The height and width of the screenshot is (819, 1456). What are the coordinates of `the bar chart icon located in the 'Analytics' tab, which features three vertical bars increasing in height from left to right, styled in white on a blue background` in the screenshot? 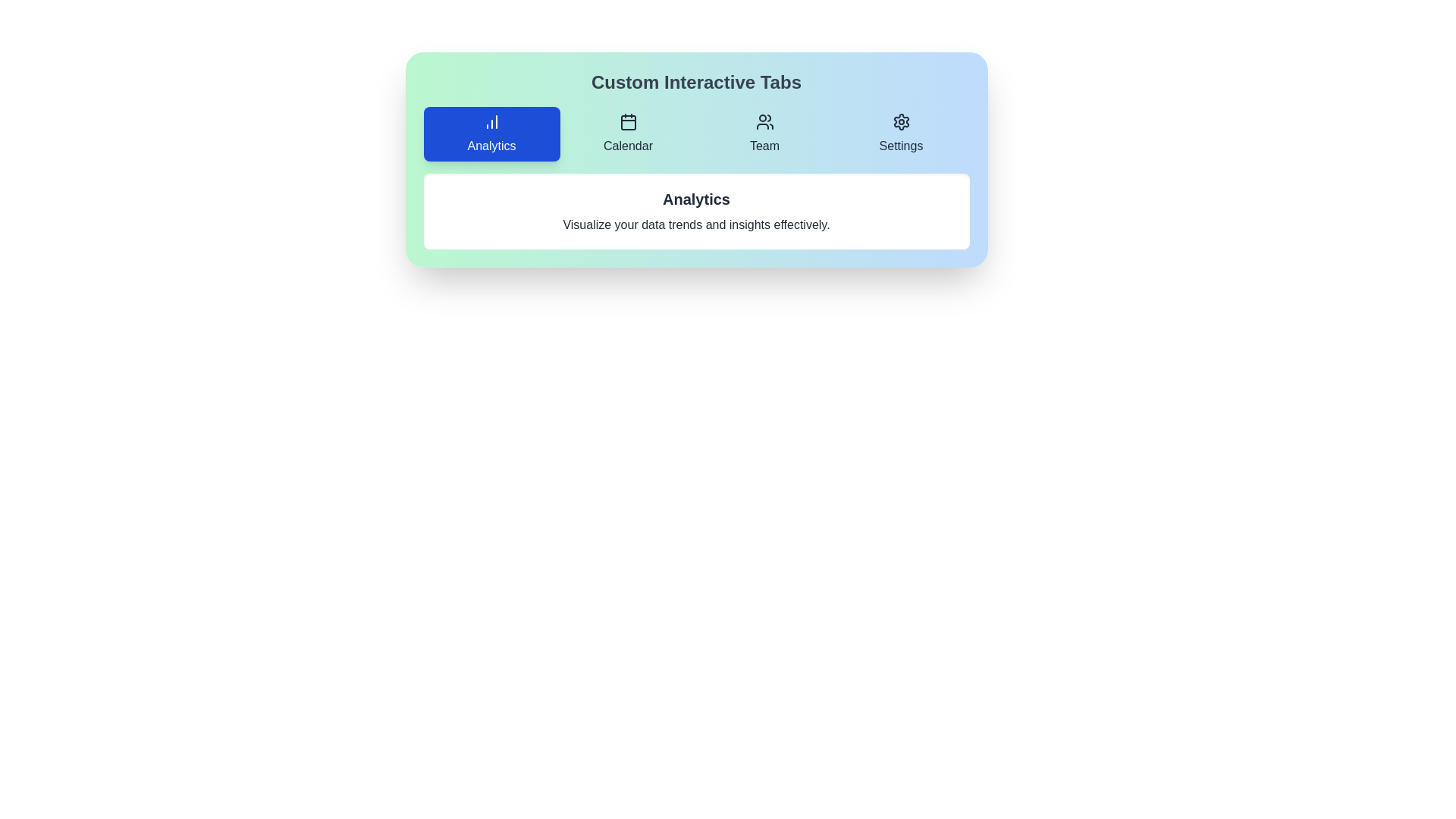 It's located at (491, 121).